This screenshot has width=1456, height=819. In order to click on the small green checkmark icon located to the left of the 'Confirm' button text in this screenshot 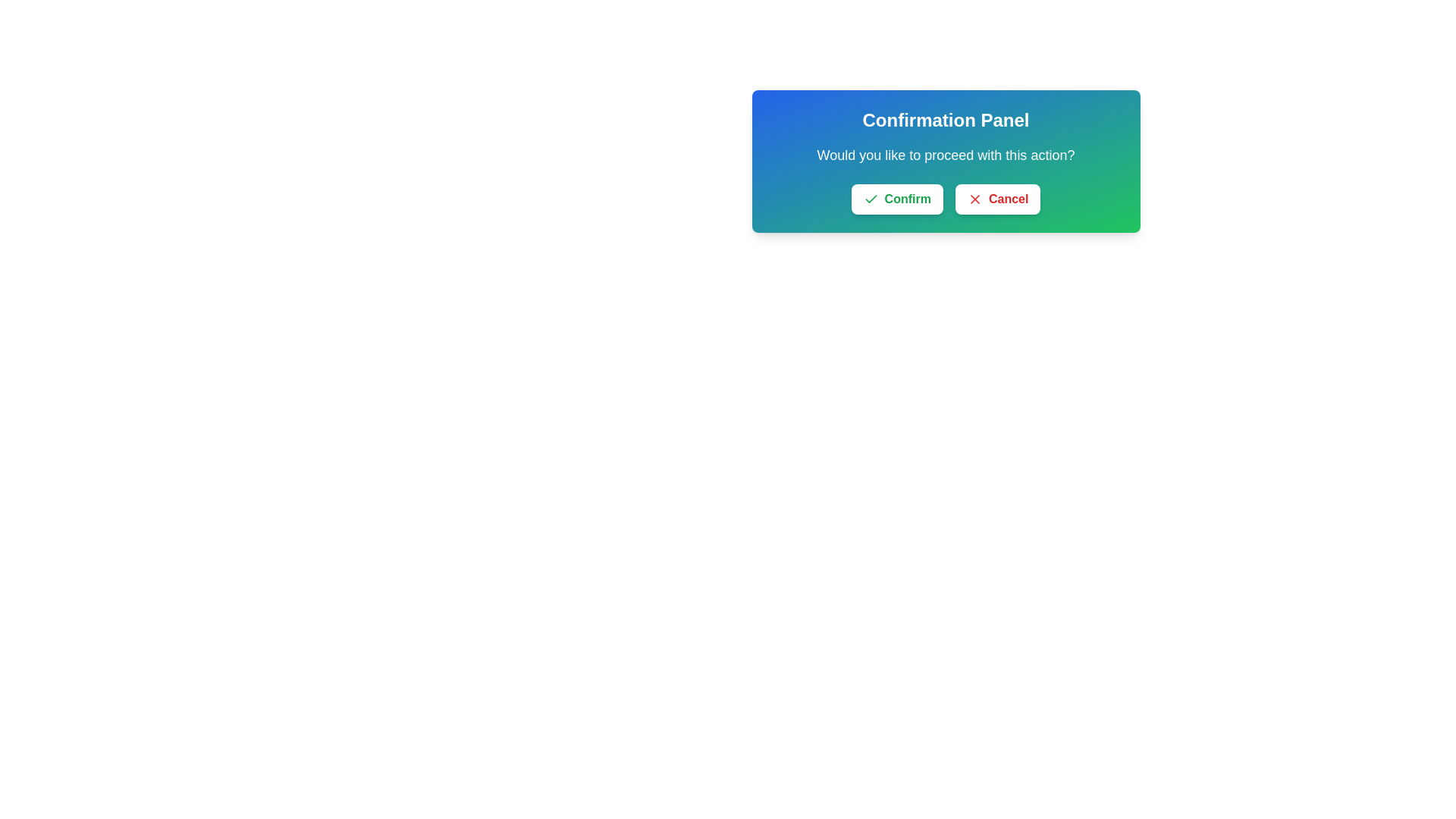, I will do `click(871, 198)`.